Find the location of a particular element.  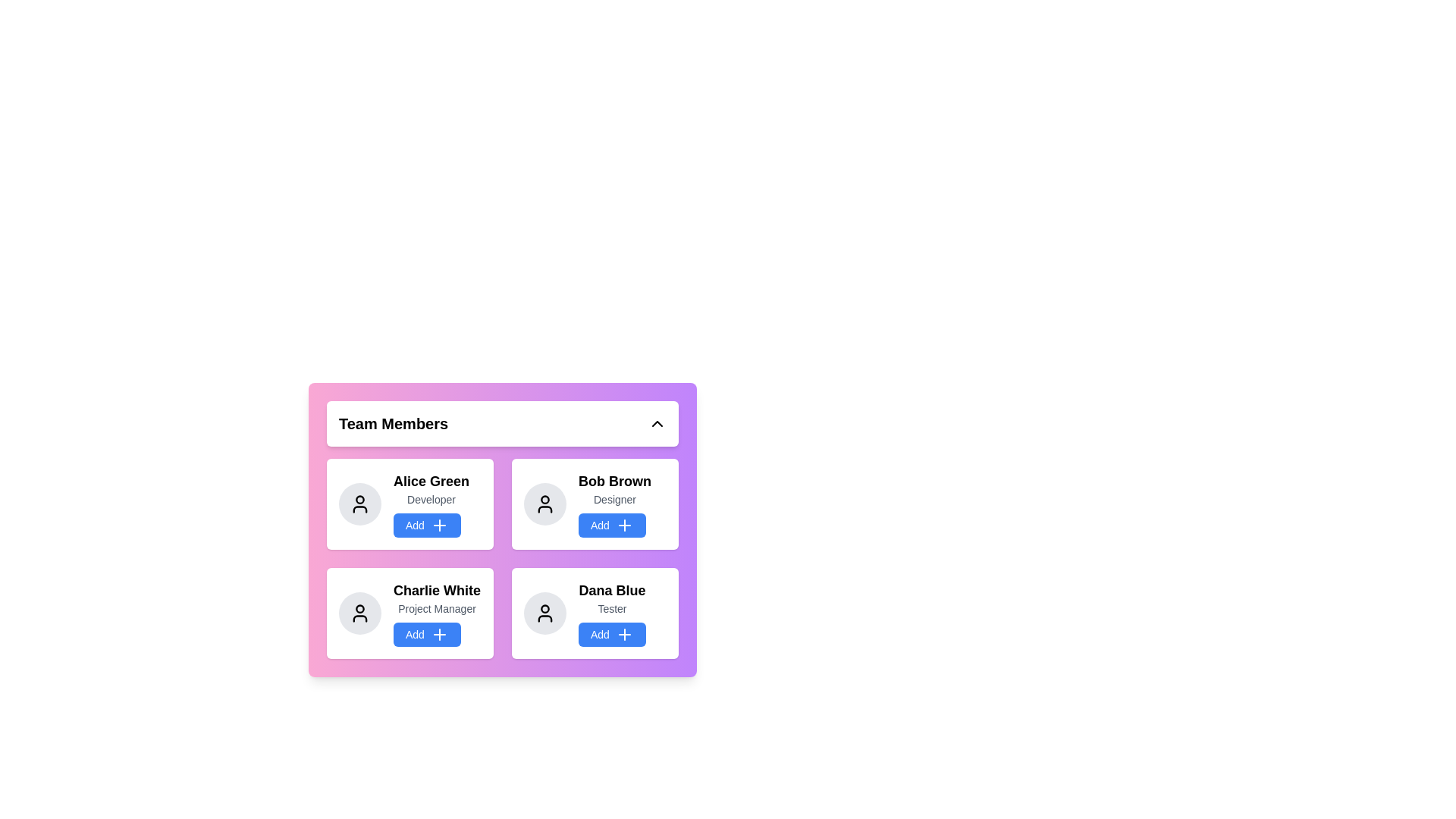

the 'Project Manager' text element located below 'Charlie White' in the third card of the grid layout is located at coordinates (436, 607).